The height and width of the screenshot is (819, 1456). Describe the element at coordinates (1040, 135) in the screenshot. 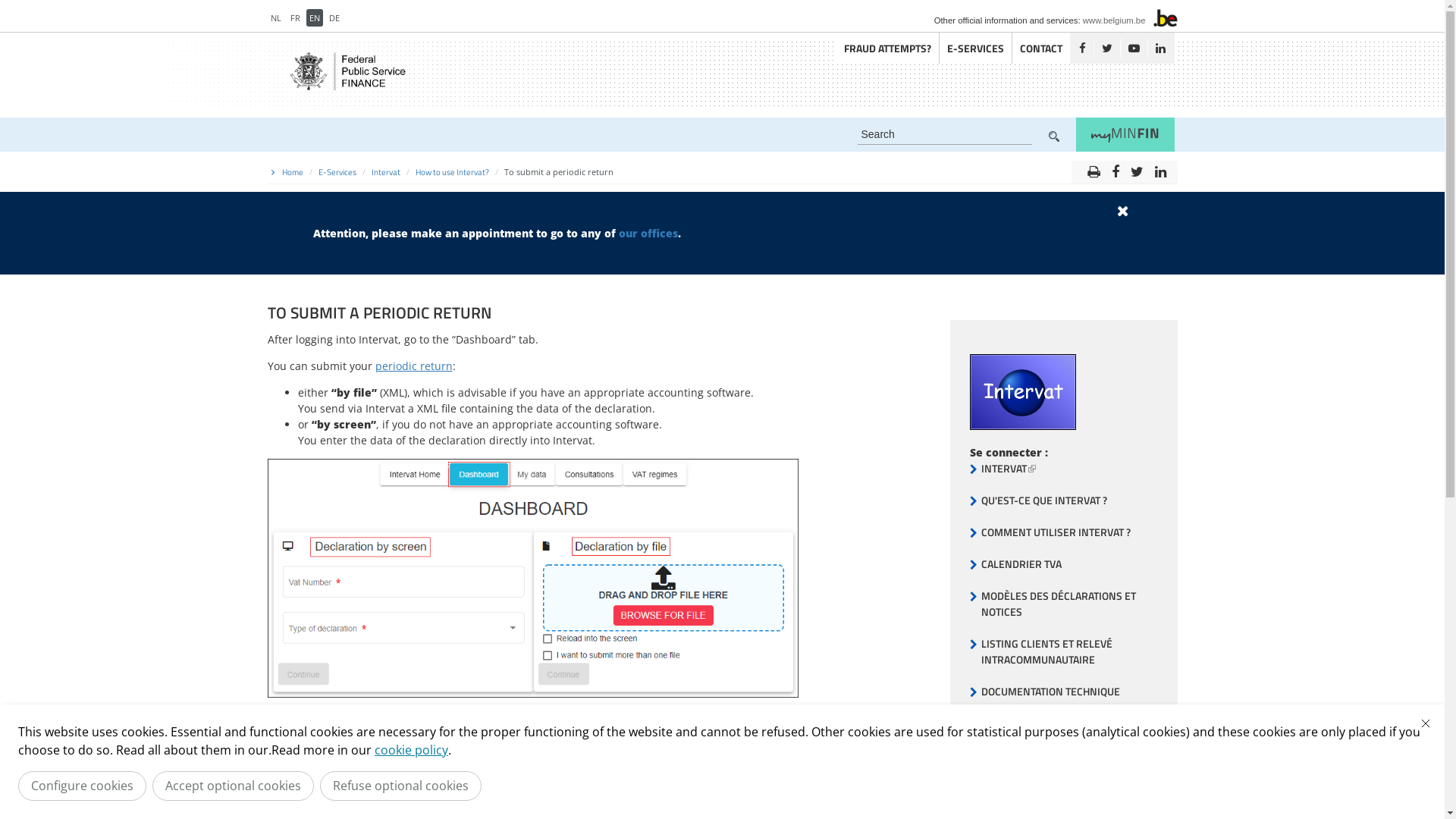

I see `'Zoek'` at that location.